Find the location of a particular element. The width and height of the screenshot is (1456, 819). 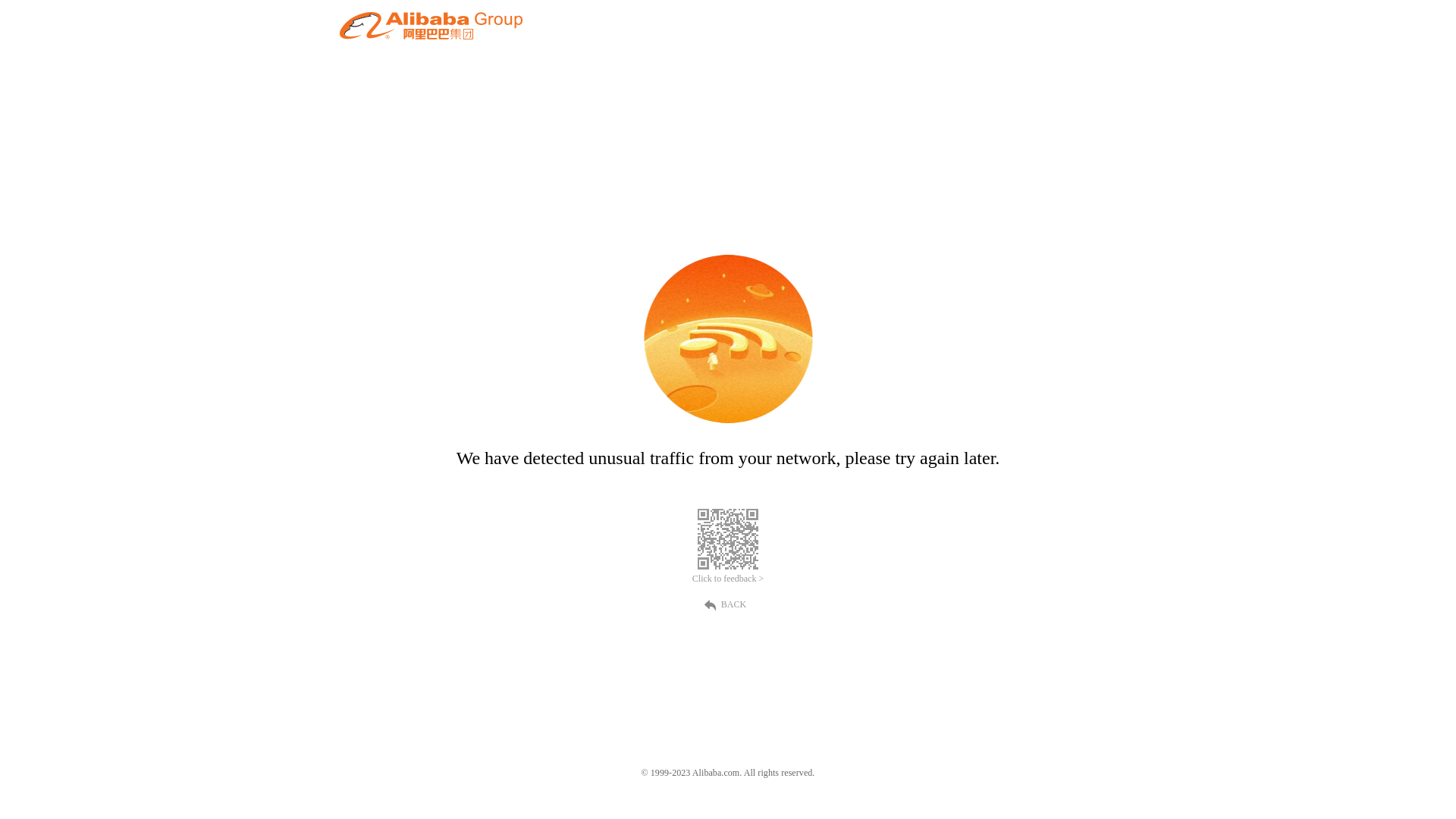

'BACK' is located at coordinates (728, 602).